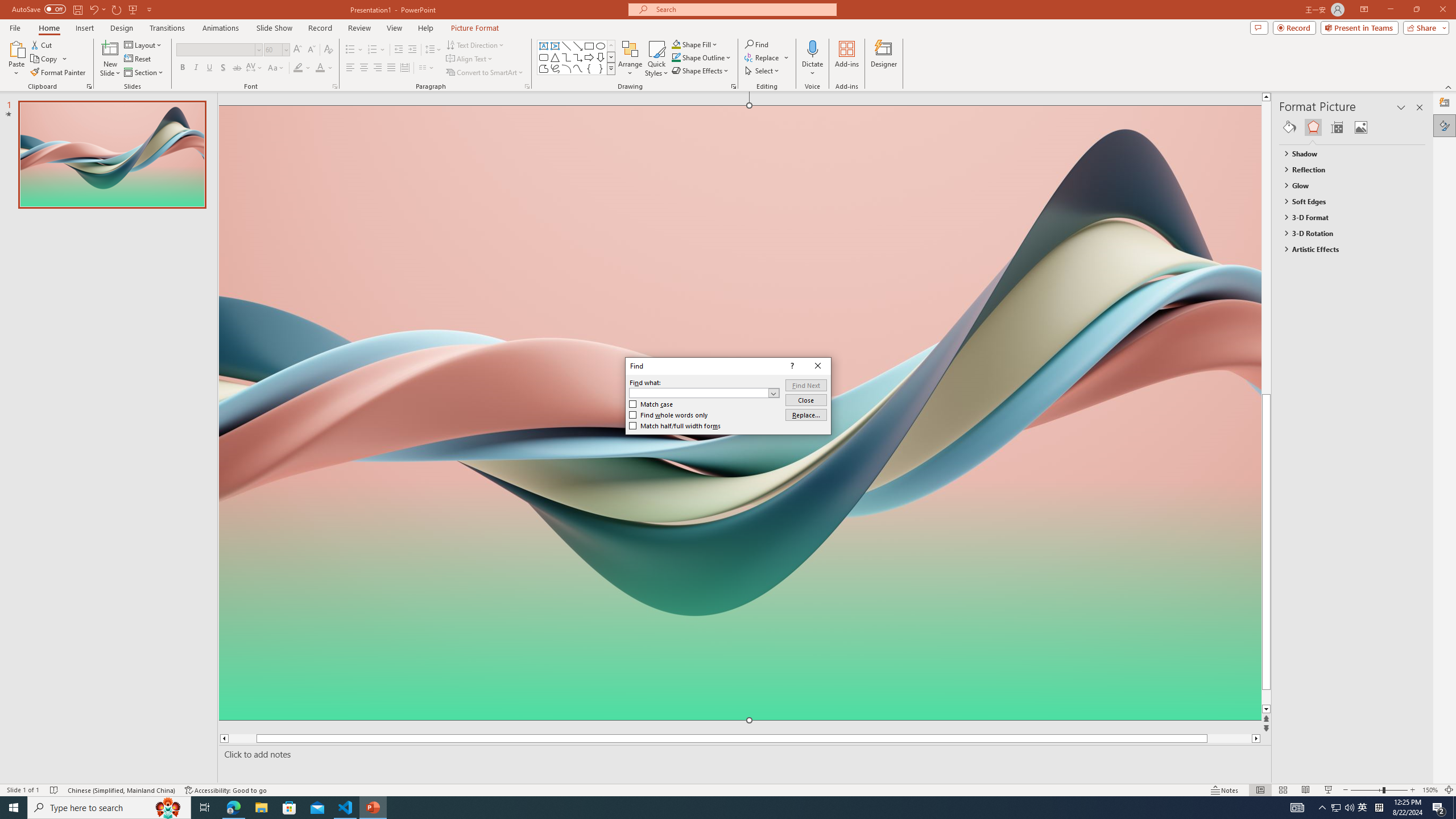 The image size is (1456, 819). I want to click on 'Bold', so click(183, 67).